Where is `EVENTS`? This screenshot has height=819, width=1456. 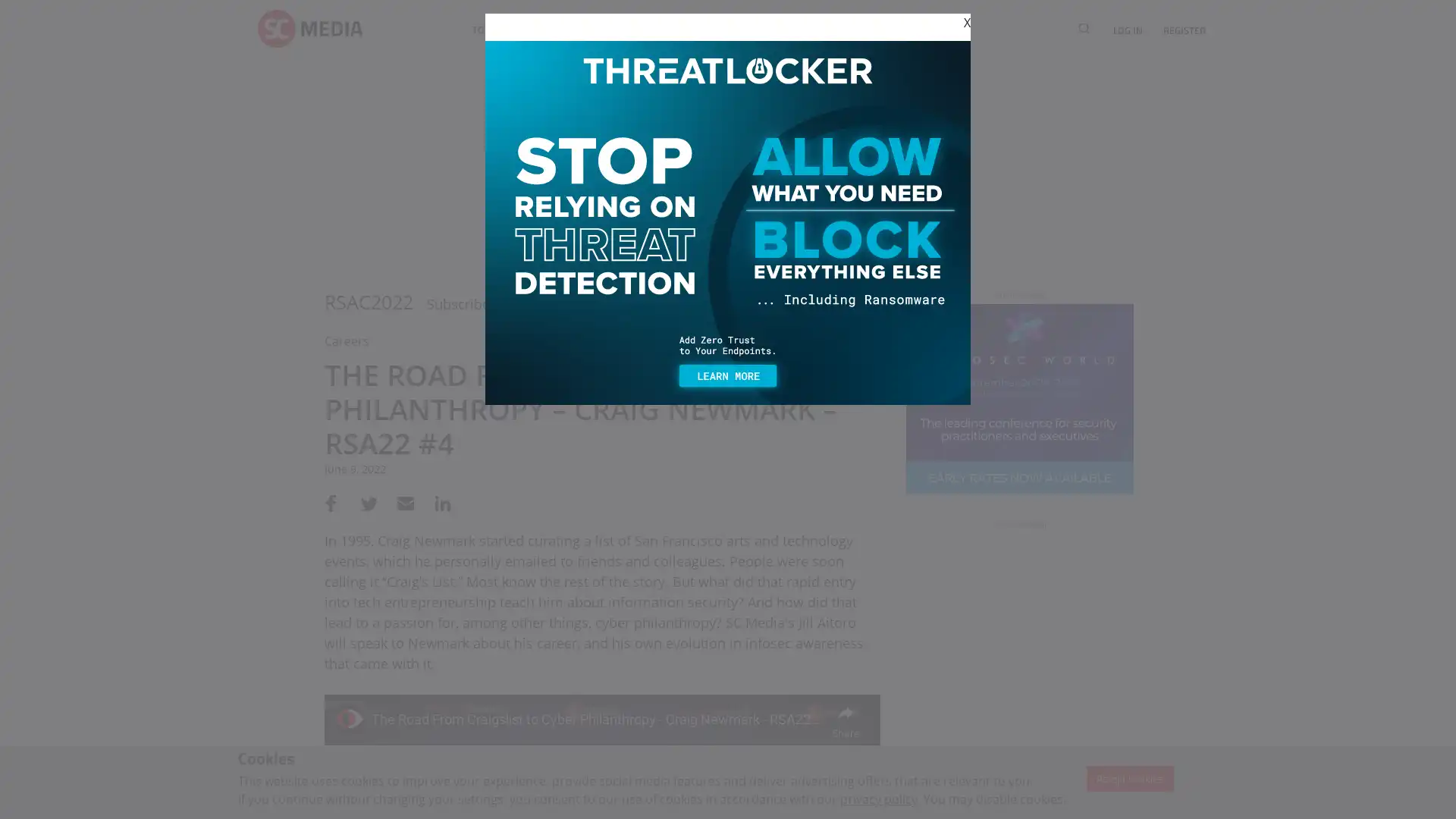 EVENTS is located at coordinates (617, 30).